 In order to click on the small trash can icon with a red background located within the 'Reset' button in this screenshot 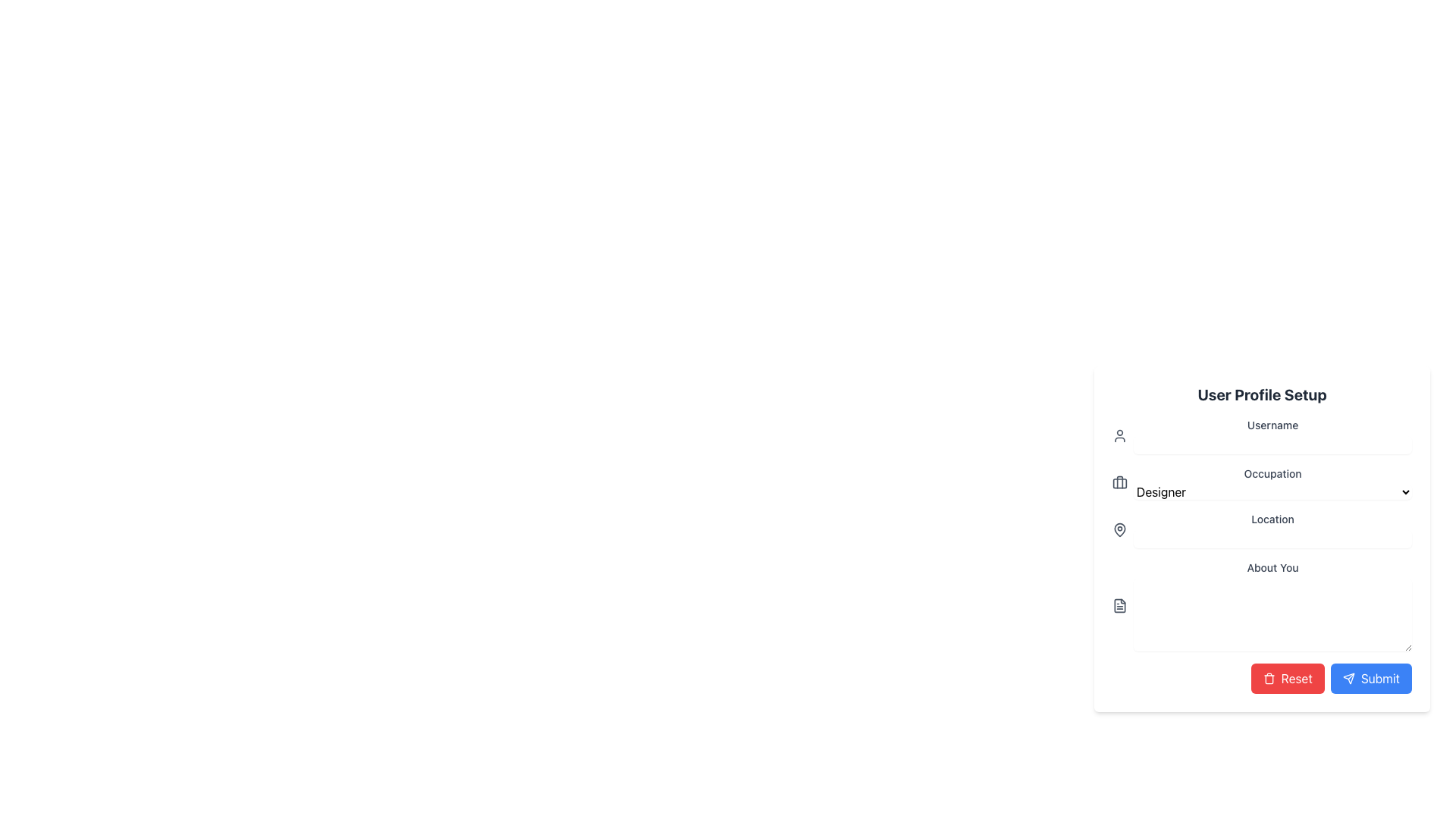, I will do `click(1269, 677)`.